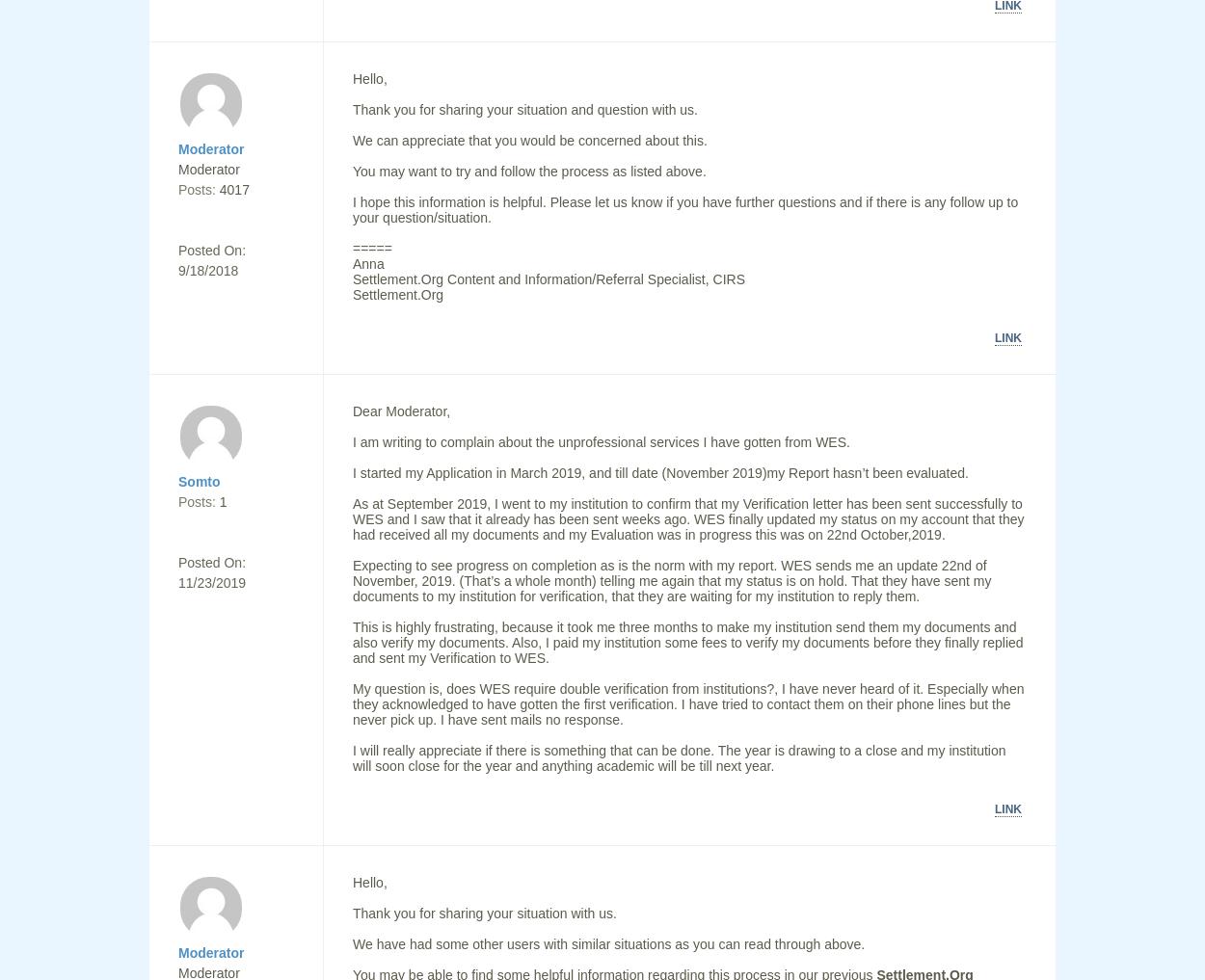 The height and width of the screenshot is (980, 1205). Describe the element at coordinates (600, 440) in the screenshot. I see `'I am writing to complain about the unprofessional services I have gotten from WES.'` at that location.